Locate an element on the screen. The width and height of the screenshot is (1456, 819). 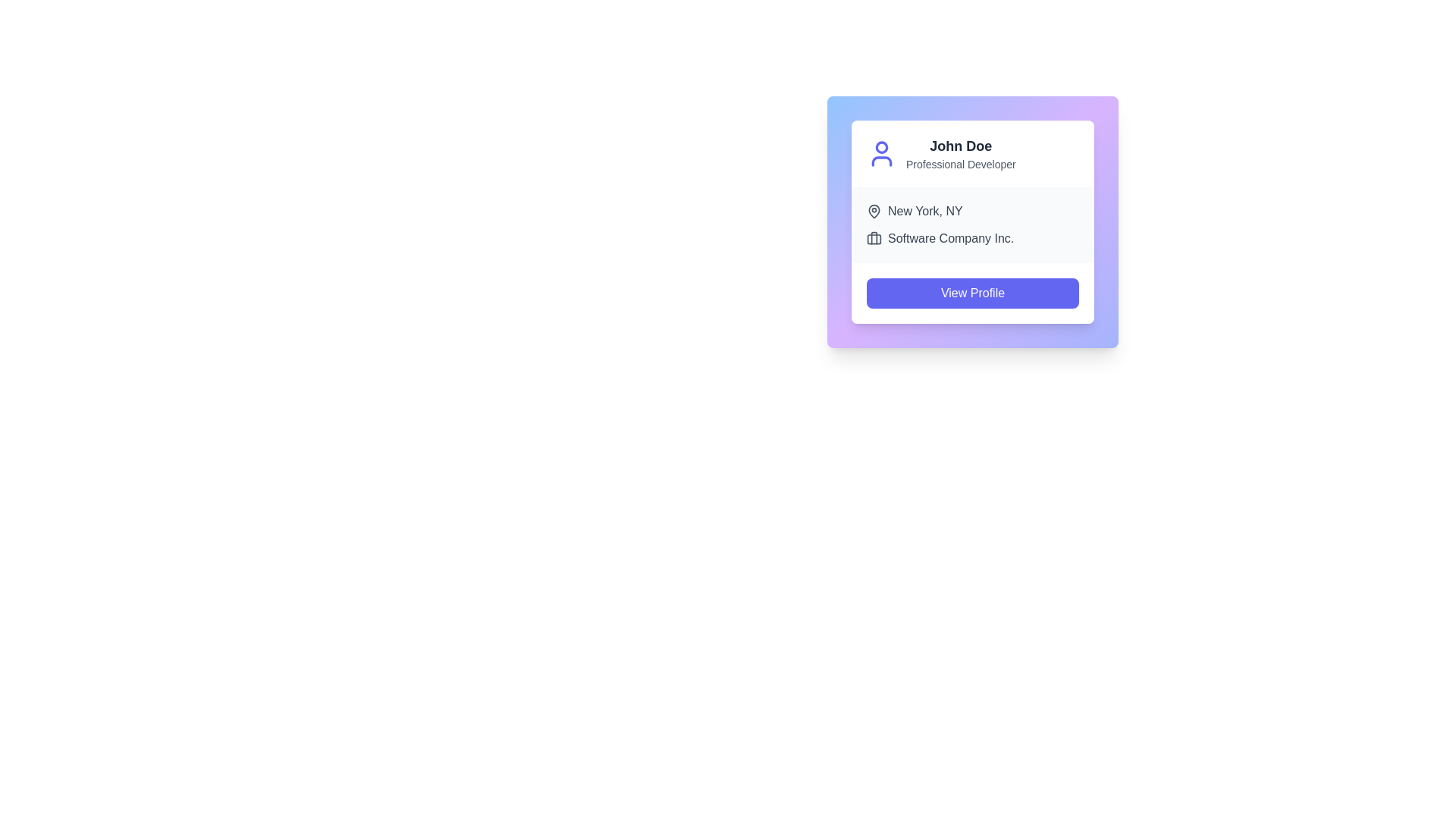
the text element displaying 'John Doe', which is styled in bold, larger font and positioned at the top of the profile card, above the 'Professional Developer' descriptor is located at coordinates (960, 146).